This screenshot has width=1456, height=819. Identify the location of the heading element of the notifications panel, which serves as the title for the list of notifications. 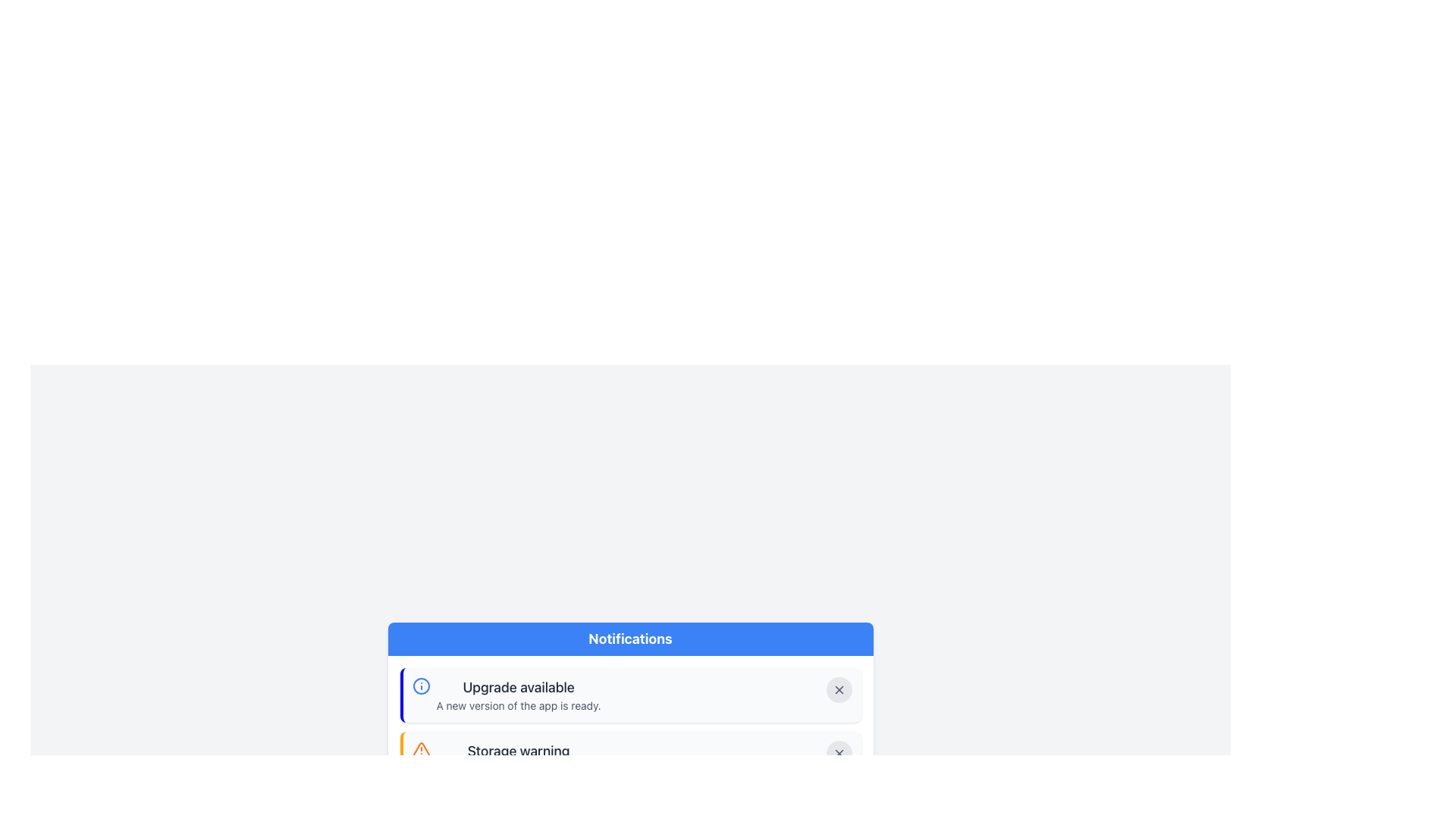
(630, 639).